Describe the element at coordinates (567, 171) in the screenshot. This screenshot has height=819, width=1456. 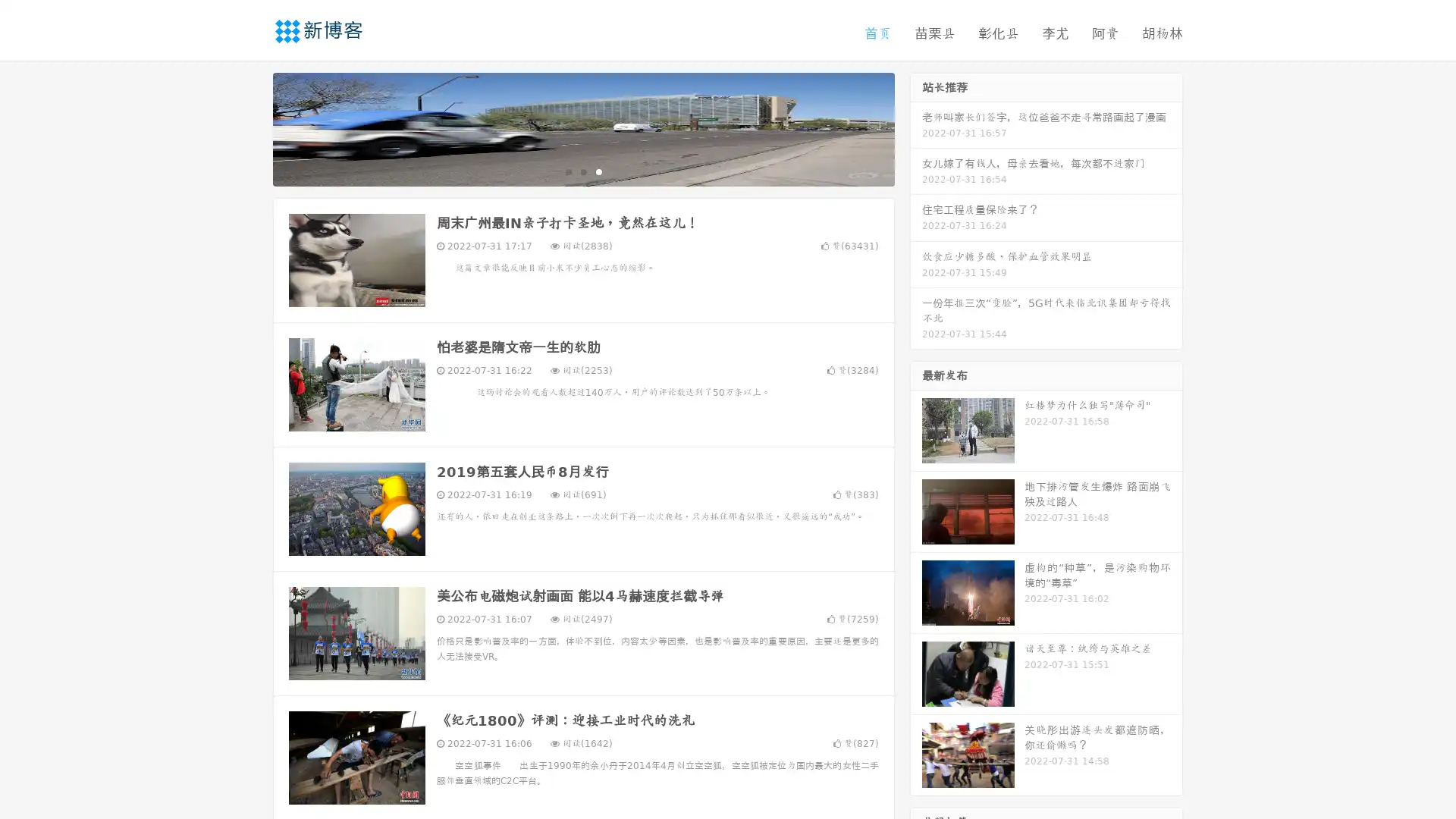
I see `Go to slide 1` at that location.